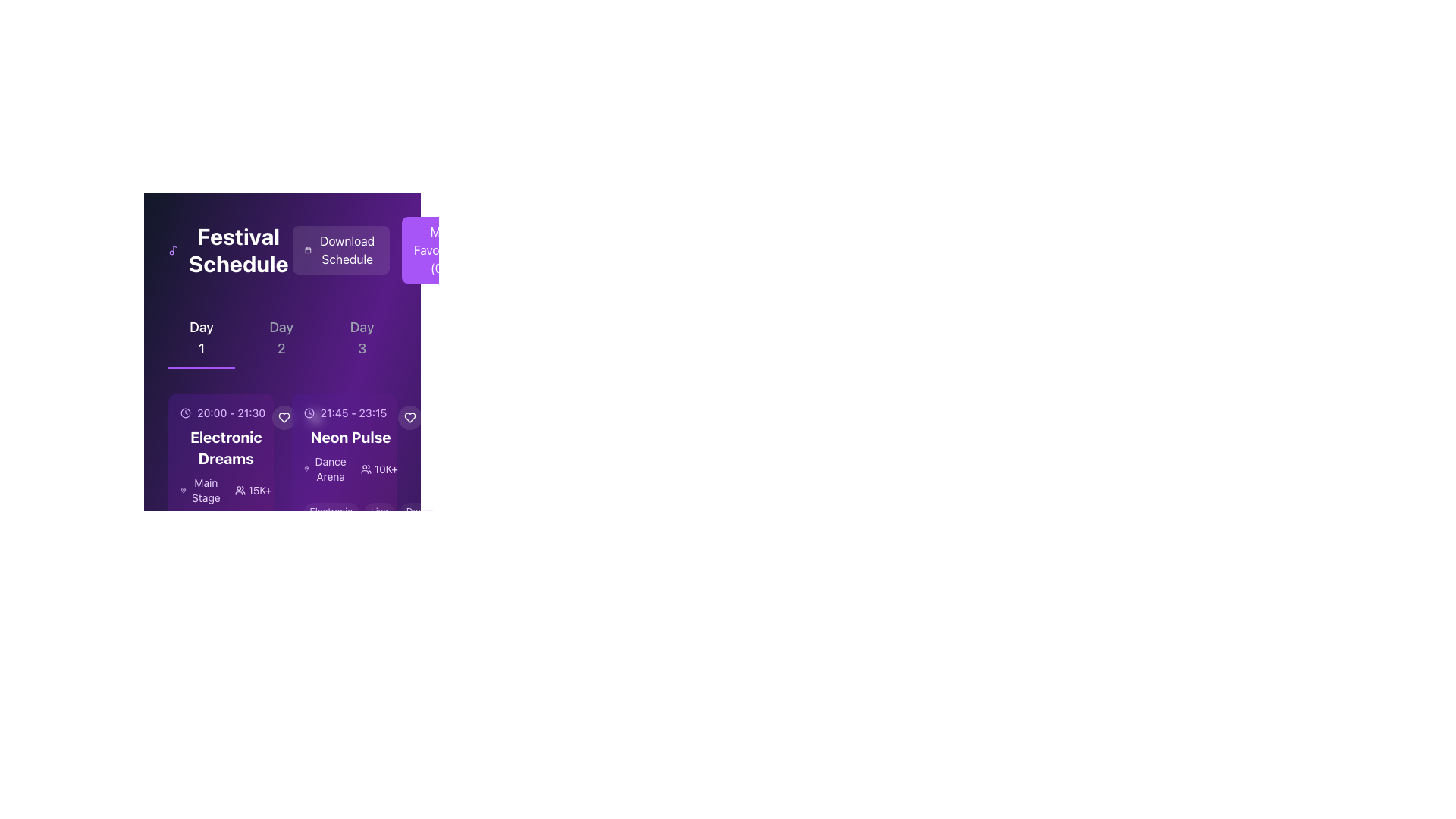  What do you see at coordinates (330, 512) in the screenshot?
I see `the first pill-shaped button in the horizontal group at the bottom of the 'Neon Pulse' card` at bounding box center [330, 512].